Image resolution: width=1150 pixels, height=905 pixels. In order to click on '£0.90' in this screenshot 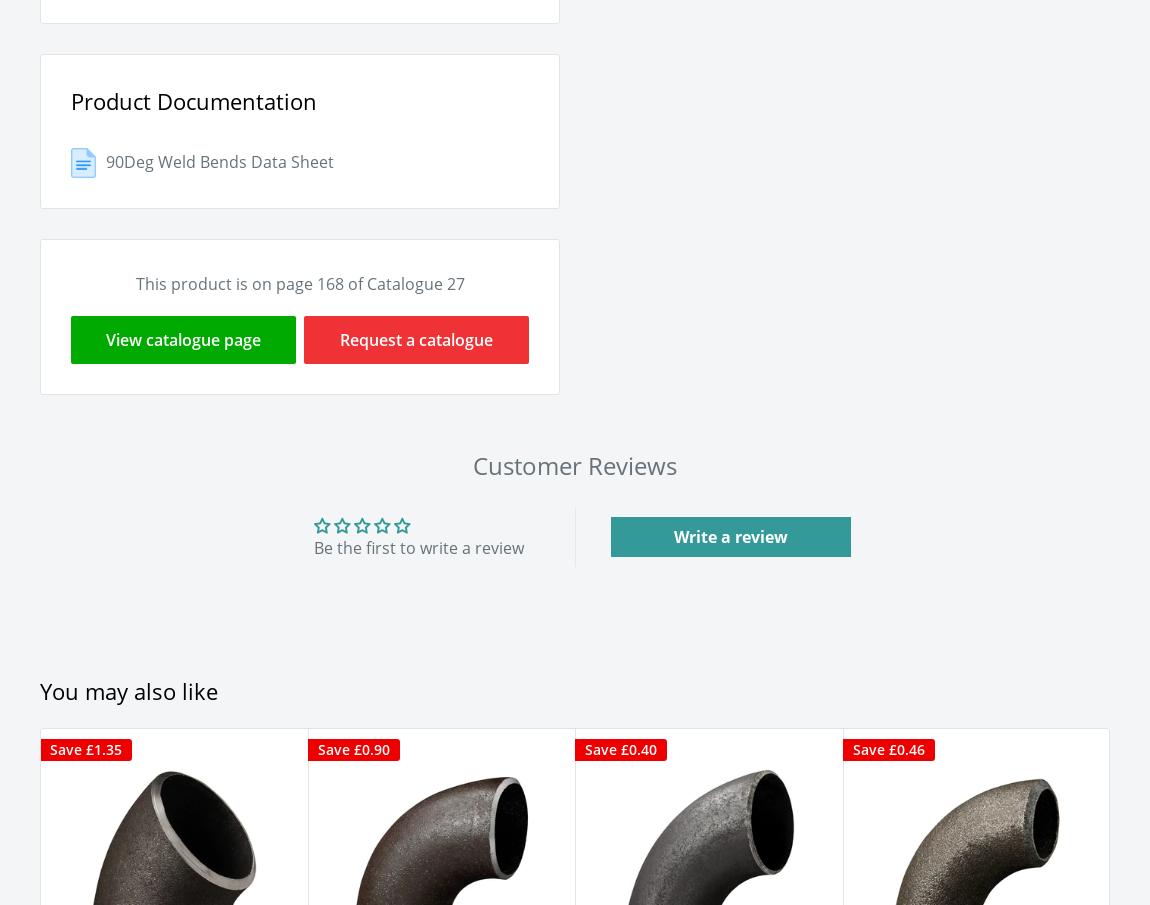, I will do `click(370, 747)`.